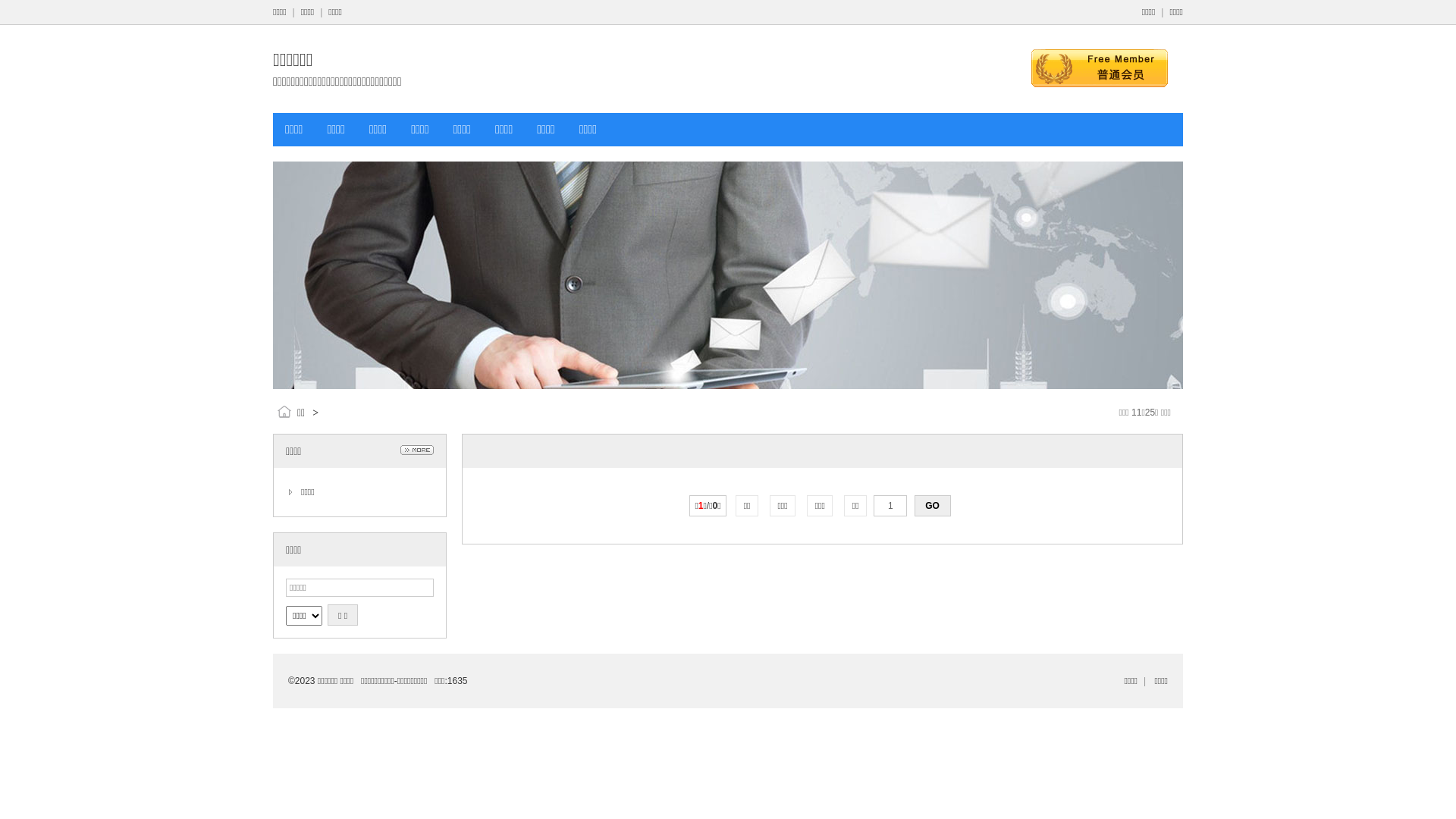 This screenshot has height=819, width=1456. I want to click on 'GO', so click(913, 506).